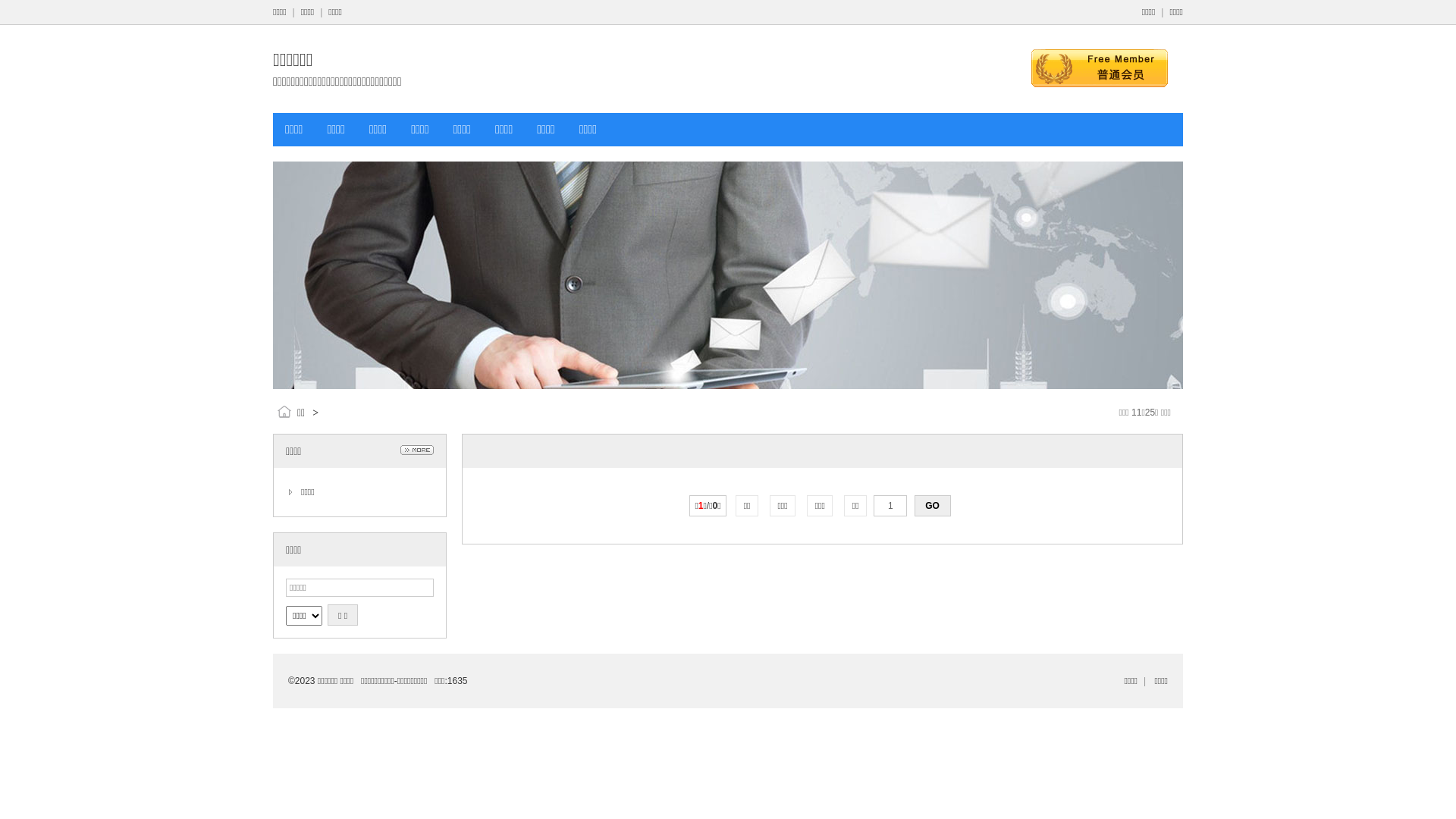 This screenshot has height=819, width=1456. I want to click on 'GO', so click(913, 506).